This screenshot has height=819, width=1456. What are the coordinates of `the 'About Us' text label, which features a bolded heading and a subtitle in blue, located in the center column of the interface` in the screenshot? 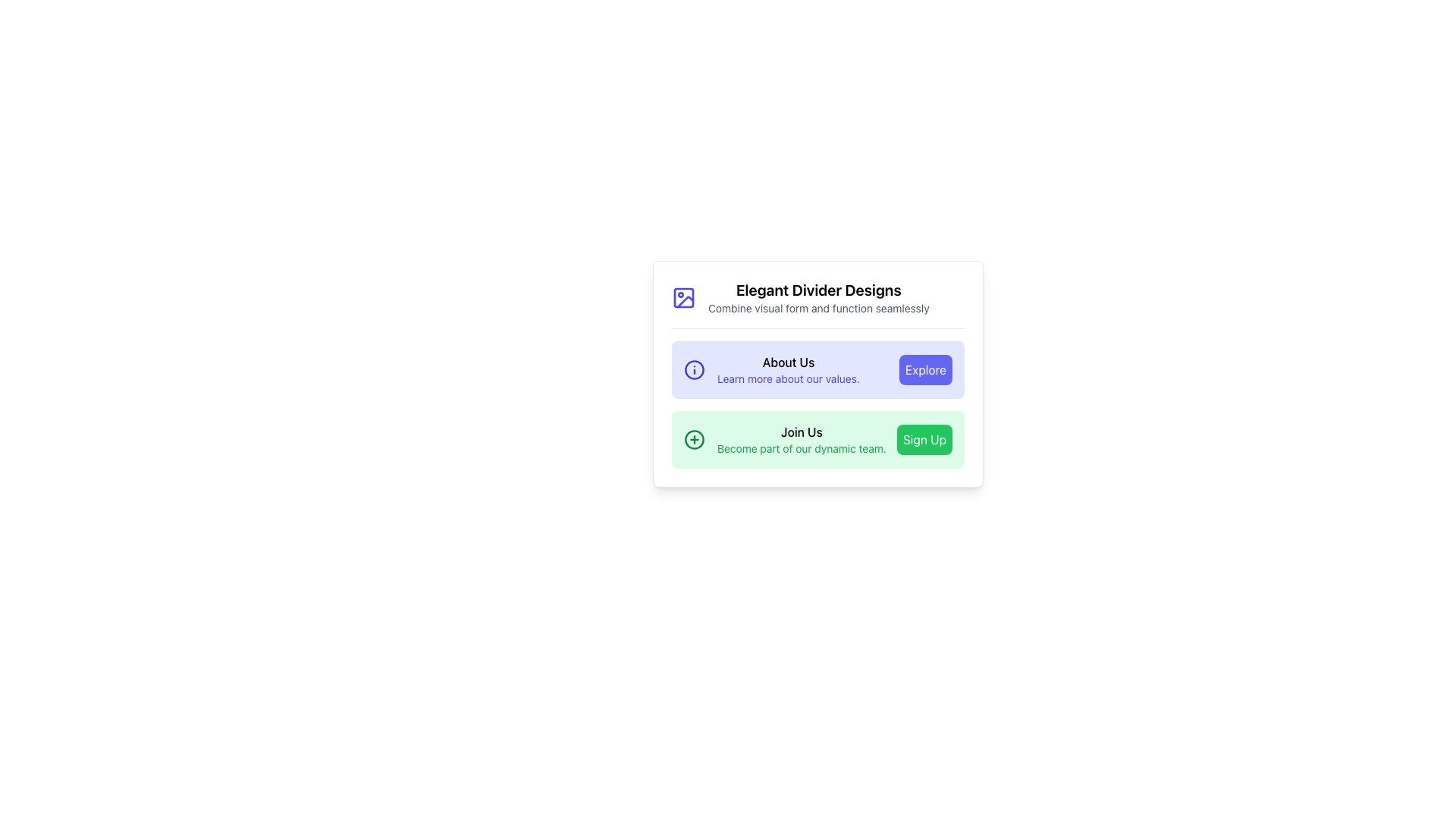 It's located at (789, 370).